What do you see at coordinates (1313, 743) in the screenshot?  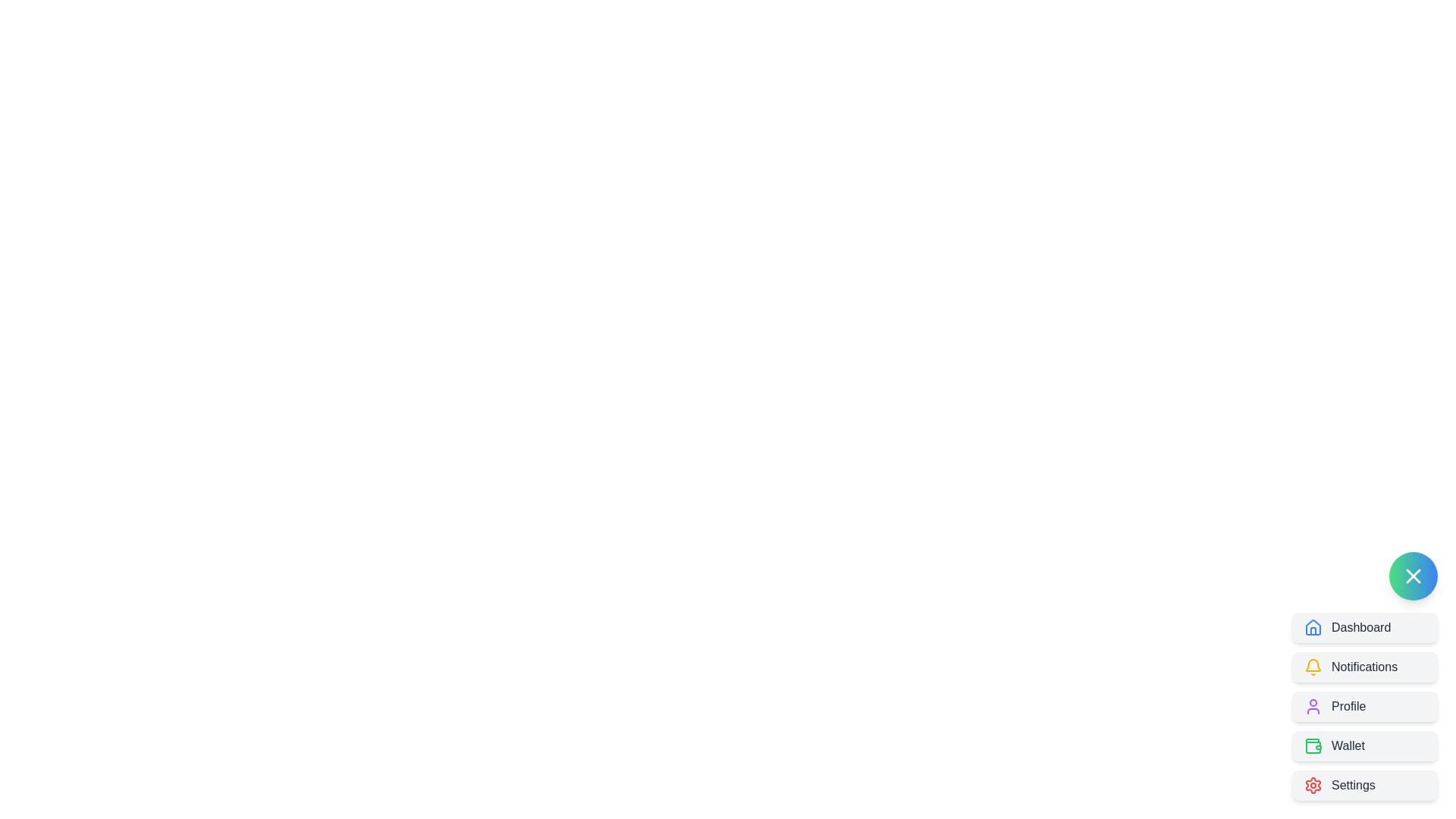 I see `the 'Wallet' icon, which is the fourth option in the sidebar menu` at bounding box center [1313, 743].